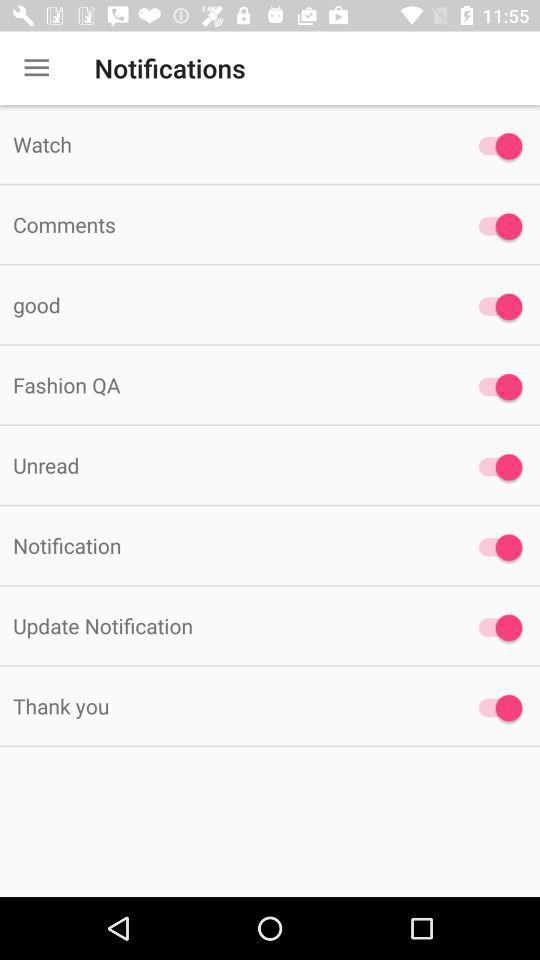  I want to click on notification option, so click(494, 306).